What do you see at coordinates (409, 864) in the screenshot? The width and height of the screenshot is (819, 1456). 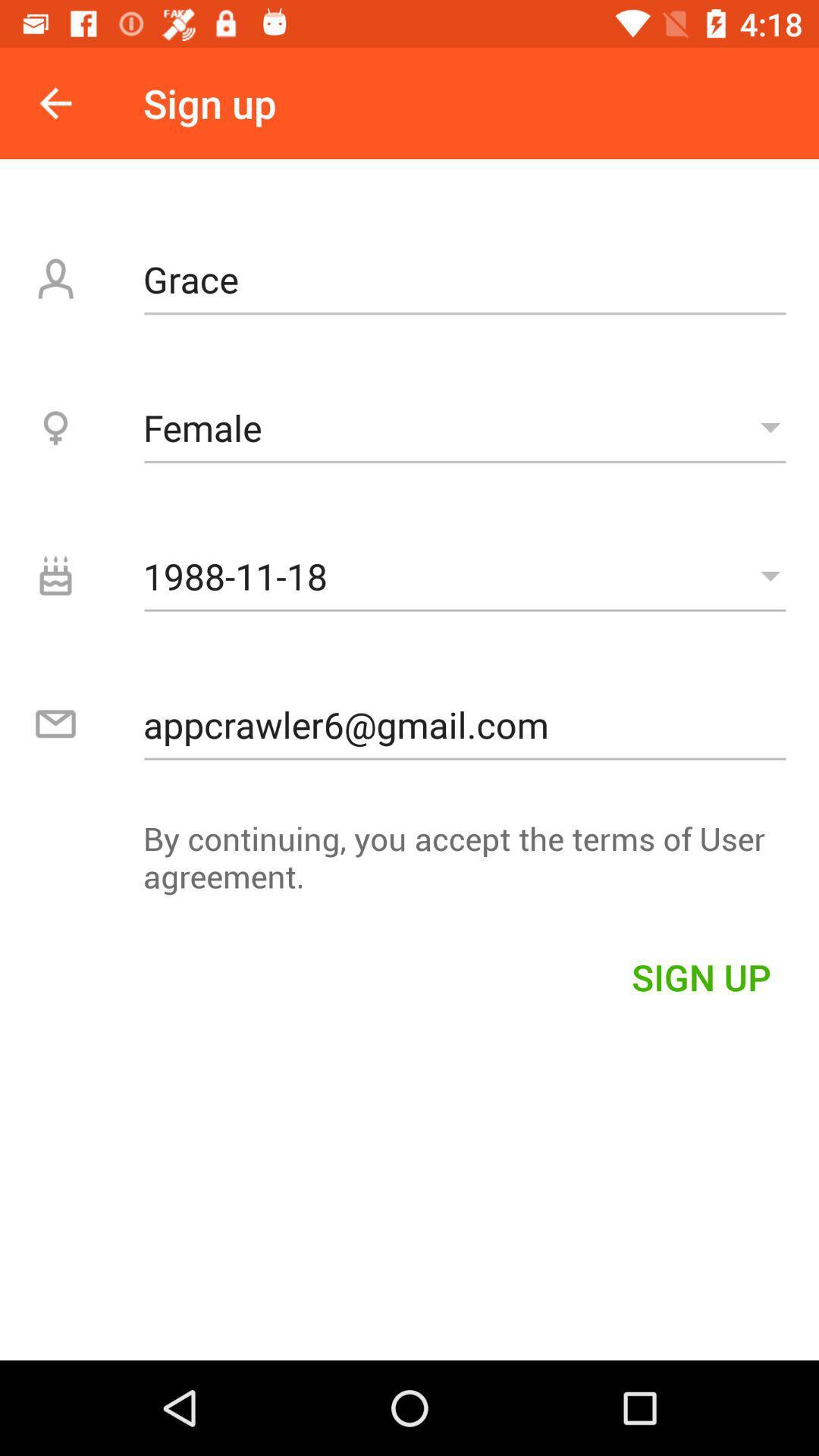 I see `icon above sign up item` at bounding box center [409, 864].